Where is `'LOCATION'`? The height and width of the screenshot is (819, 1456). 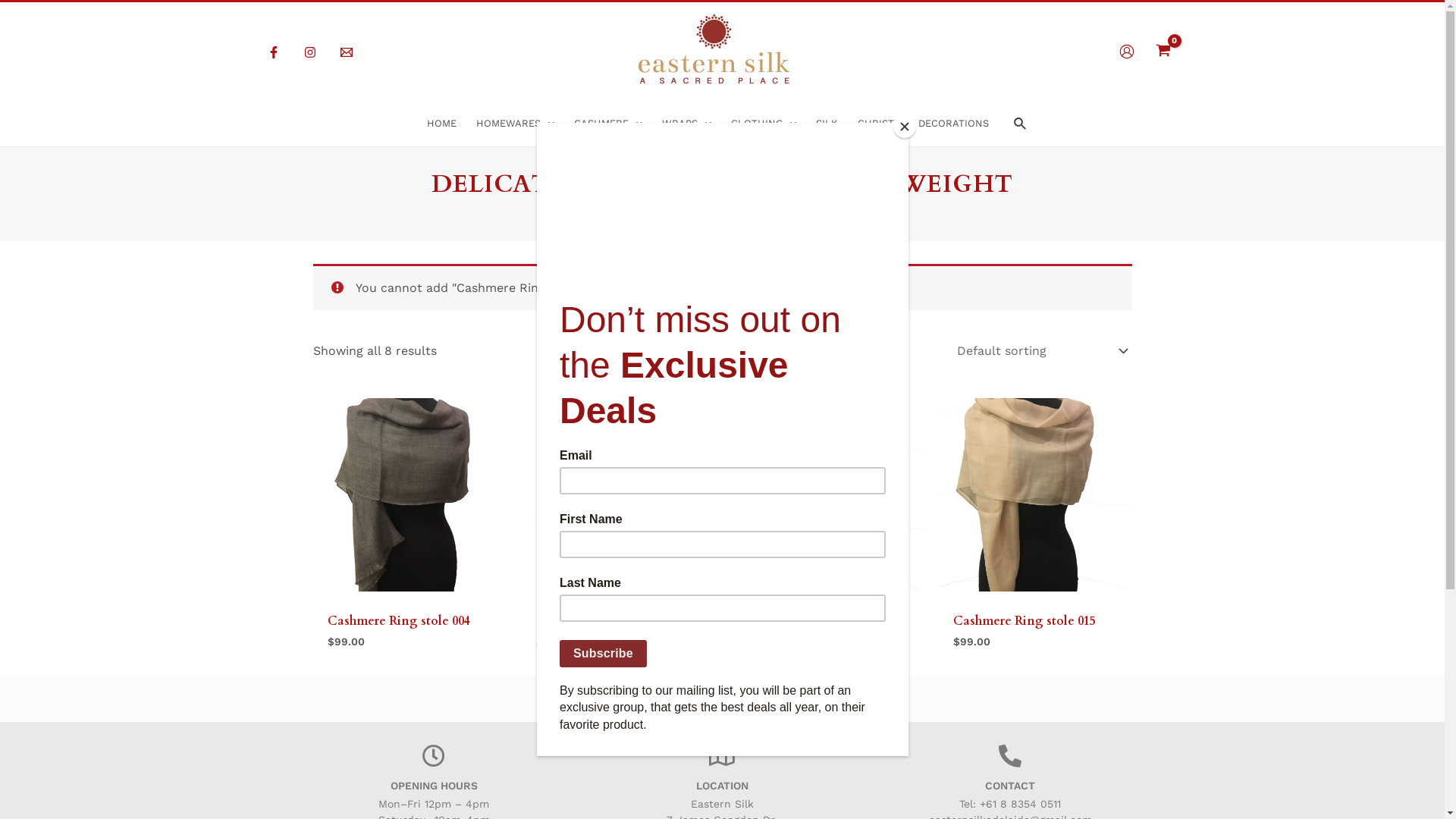
'LOCATION' is located at coordinates (721, 785).